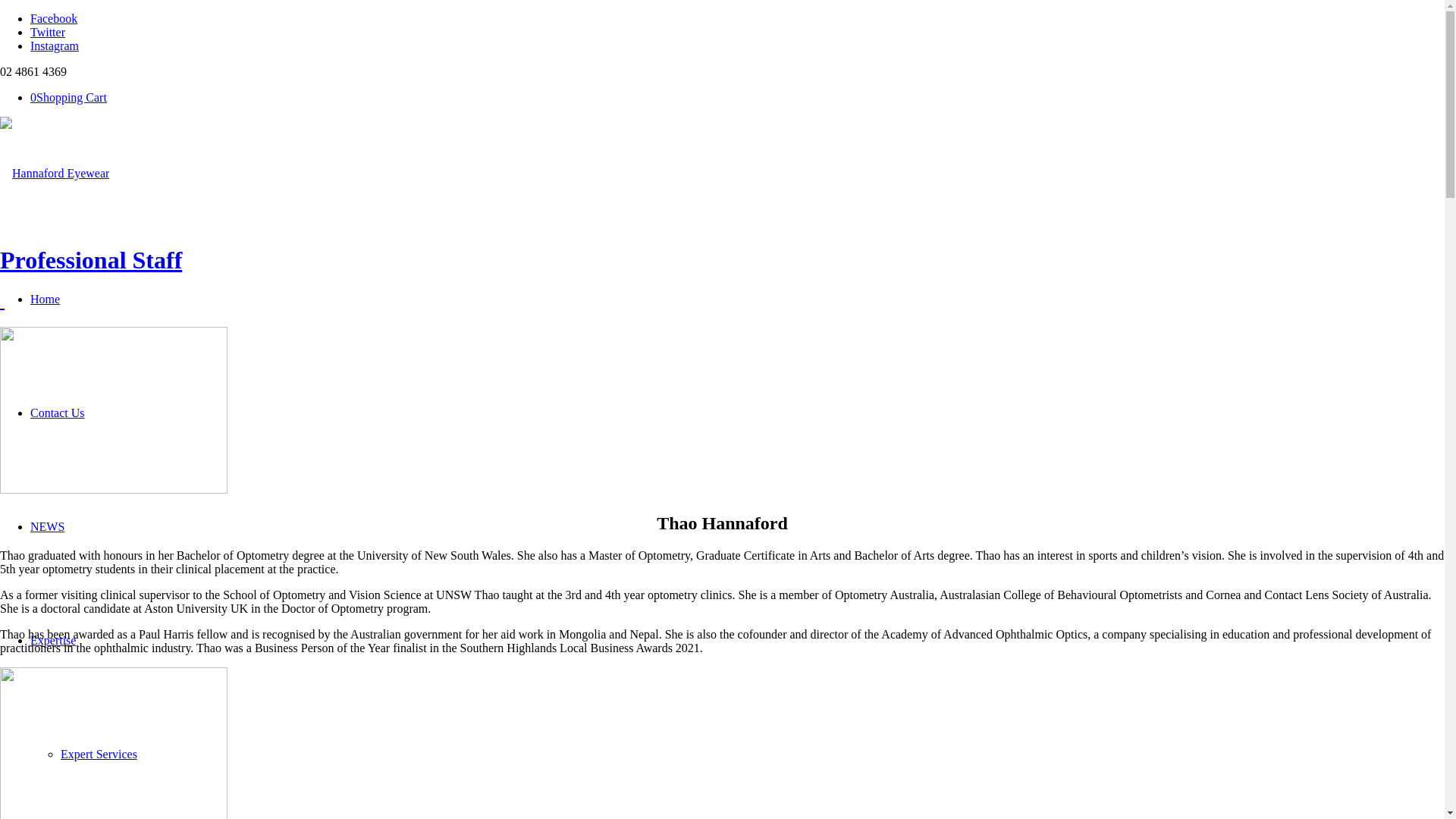  Describe the element at coordinates (53, 640) in the screenshot. I see `'Expertise'` at that location.